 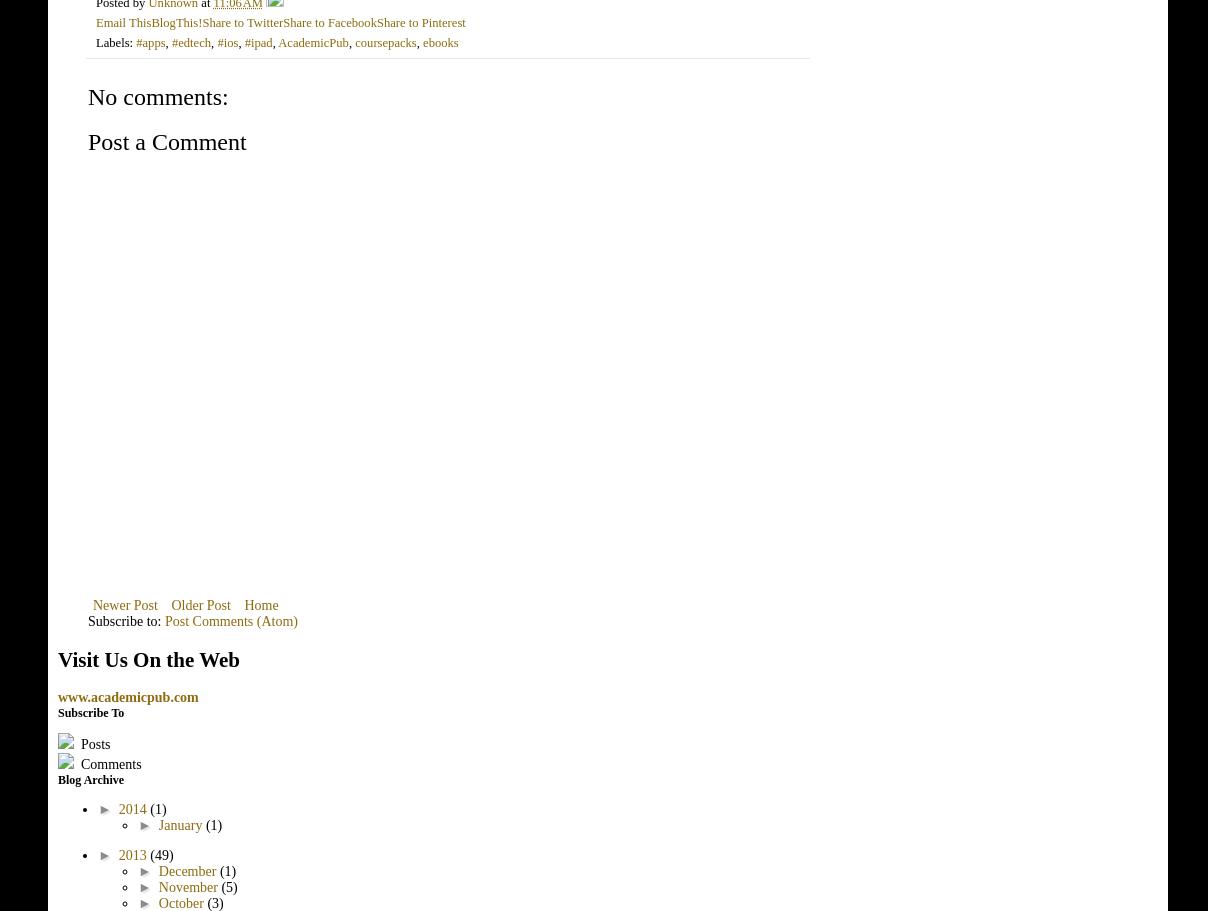 What do you see at coordinates (419, 21) in the screenshot?
I see `'Share to Pinterest'` at bounding box center [419, 21].